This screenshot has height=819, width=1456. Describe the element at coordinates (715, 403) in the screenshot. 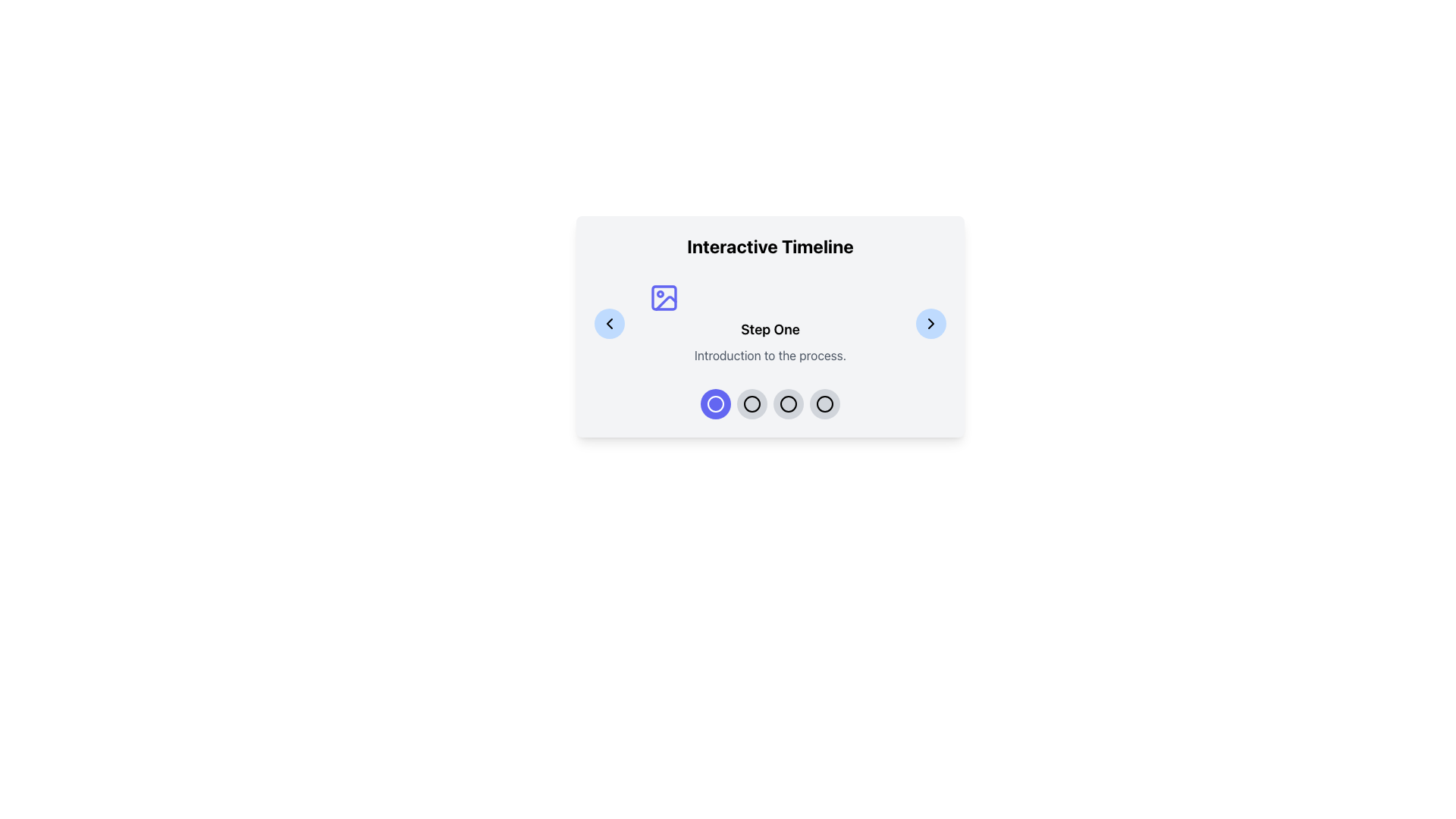

I see `the prominent circular button with a blue background and white border, which is the first button from the left in a horizontal row` at that location.